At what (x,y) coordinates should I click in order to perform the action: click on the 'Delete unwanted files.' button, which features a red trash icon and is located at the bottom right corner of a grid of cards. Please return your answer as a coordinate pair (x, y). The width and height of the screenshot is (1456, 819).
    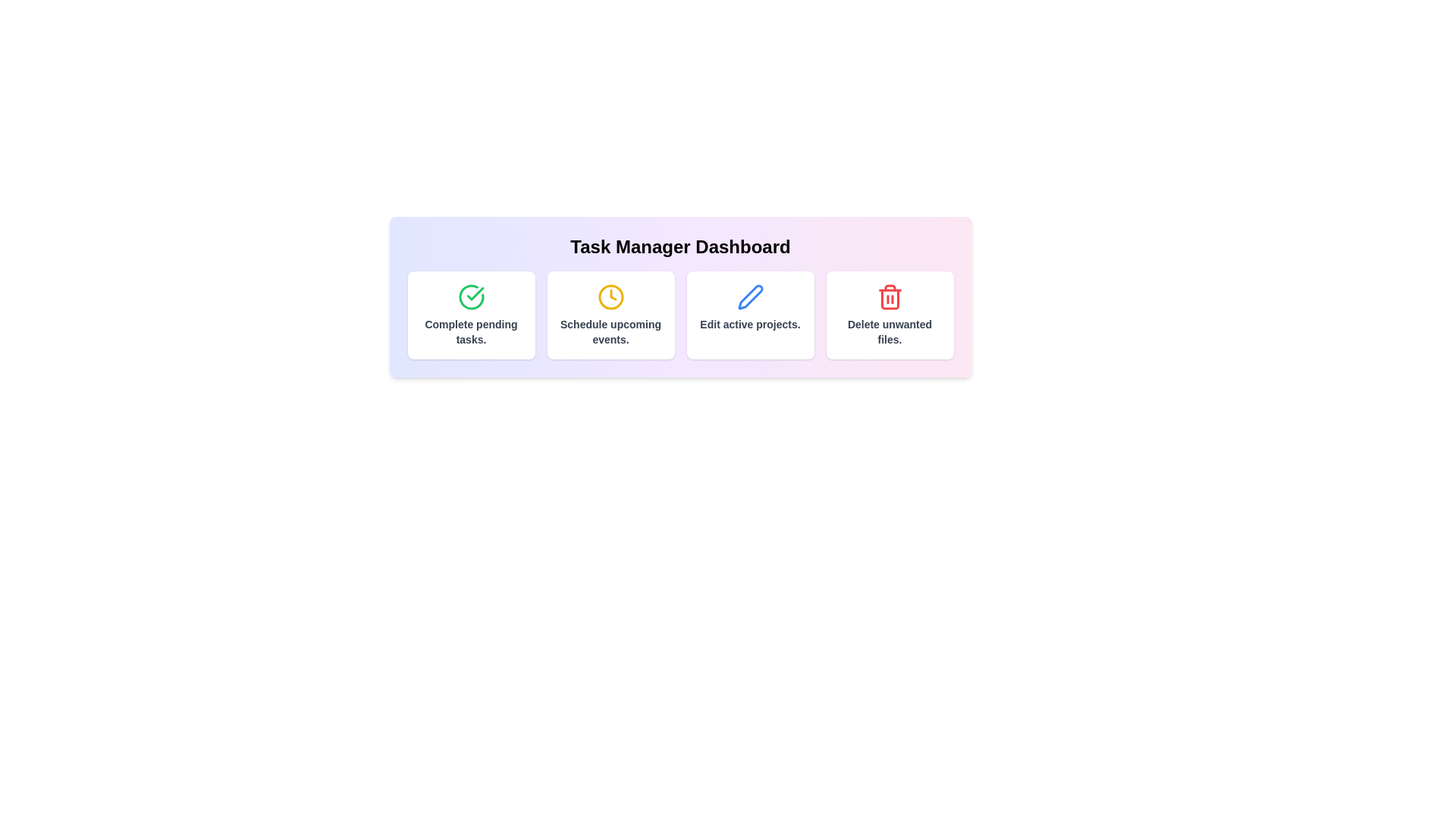
    Looking at the image, I should click on (890, 315).